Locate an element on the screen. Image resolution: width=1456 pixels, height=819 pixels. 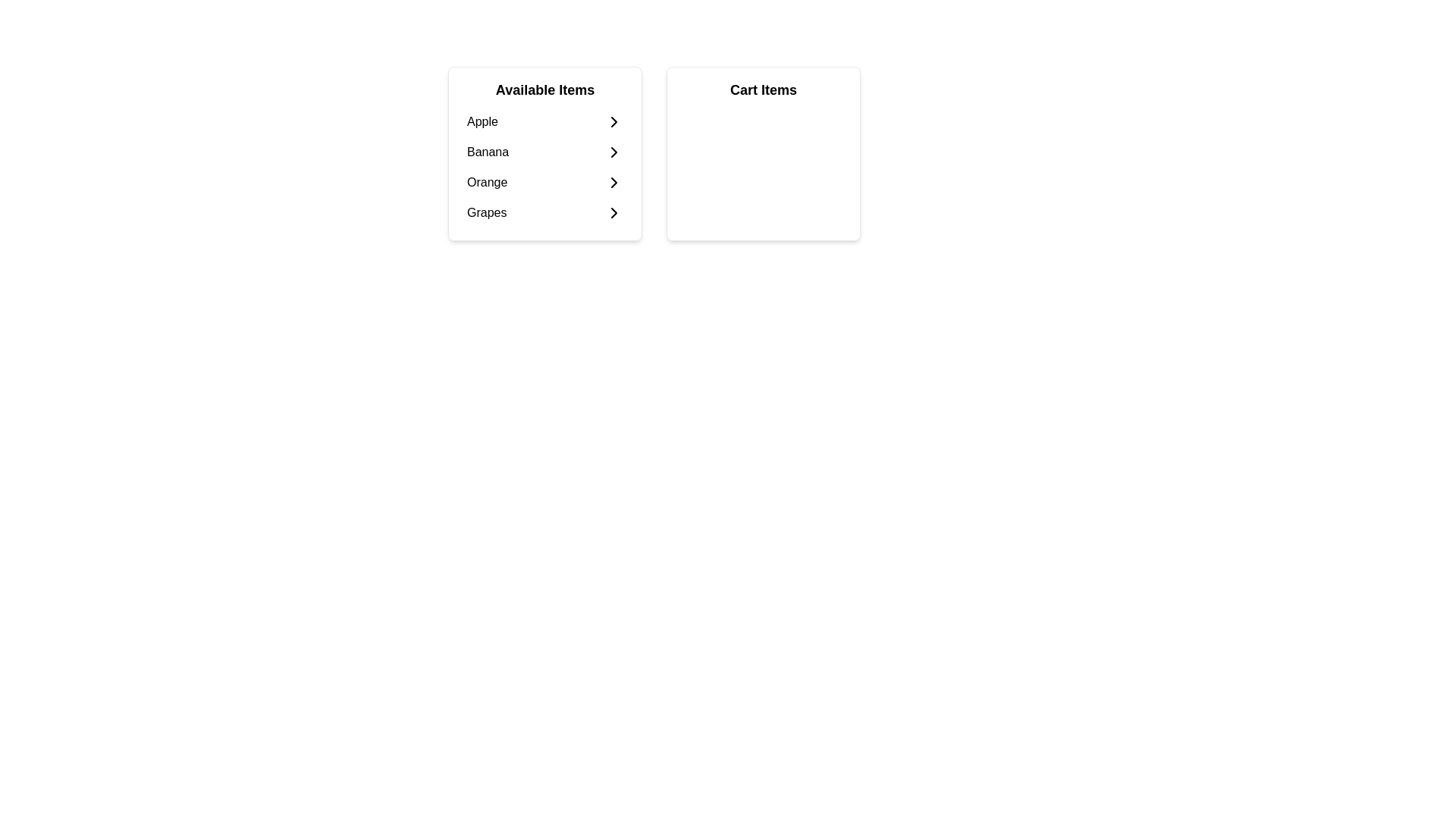
the right-facing arrow icon located at the far-right side of the 'Orange' row in the 'Available Items' menu is located at coordinates (614, 181).